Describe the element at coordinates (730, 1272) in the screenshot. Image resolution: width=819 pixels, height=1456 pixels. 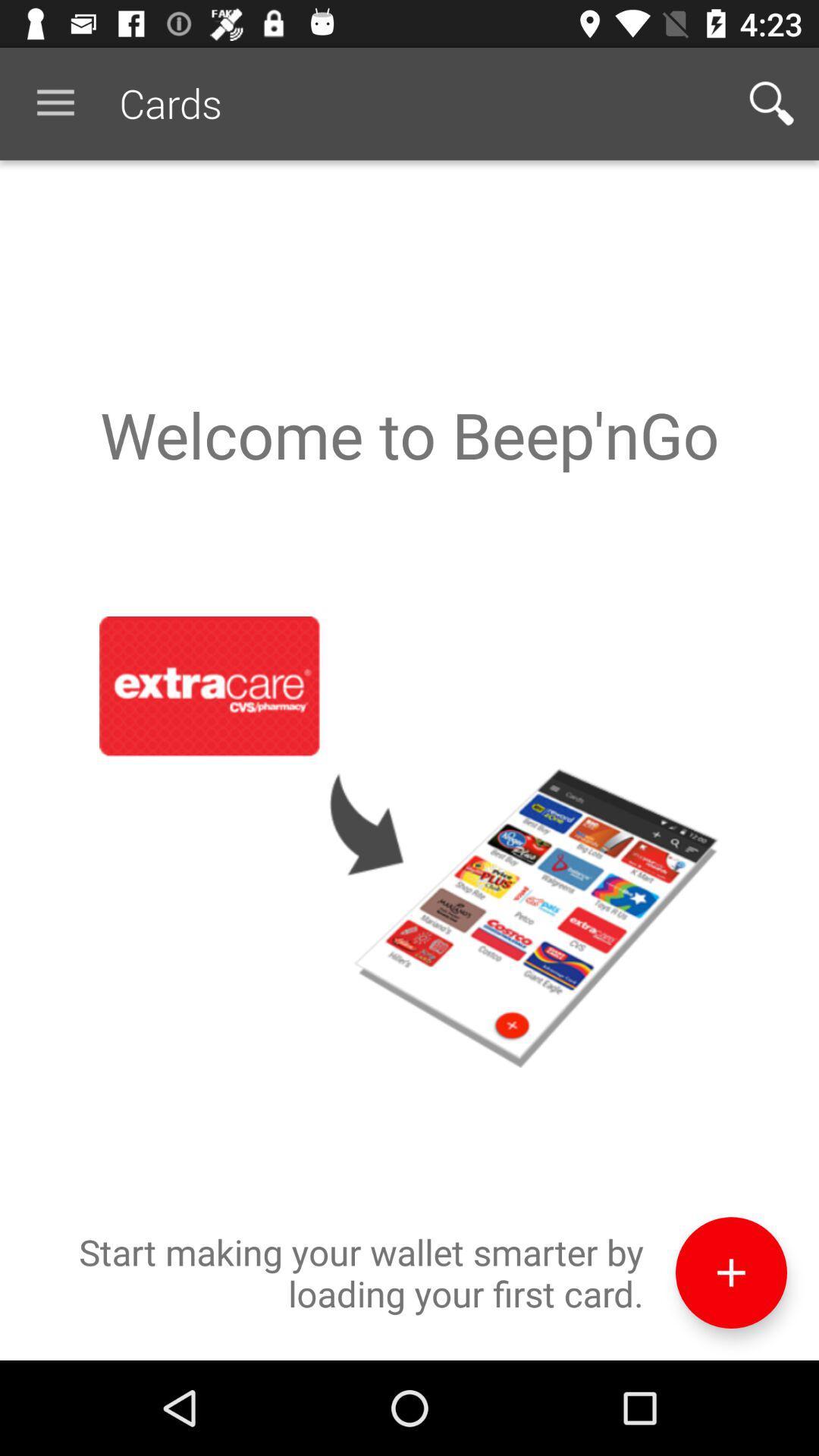
I see `icon to the right of start making your icon` at that location.